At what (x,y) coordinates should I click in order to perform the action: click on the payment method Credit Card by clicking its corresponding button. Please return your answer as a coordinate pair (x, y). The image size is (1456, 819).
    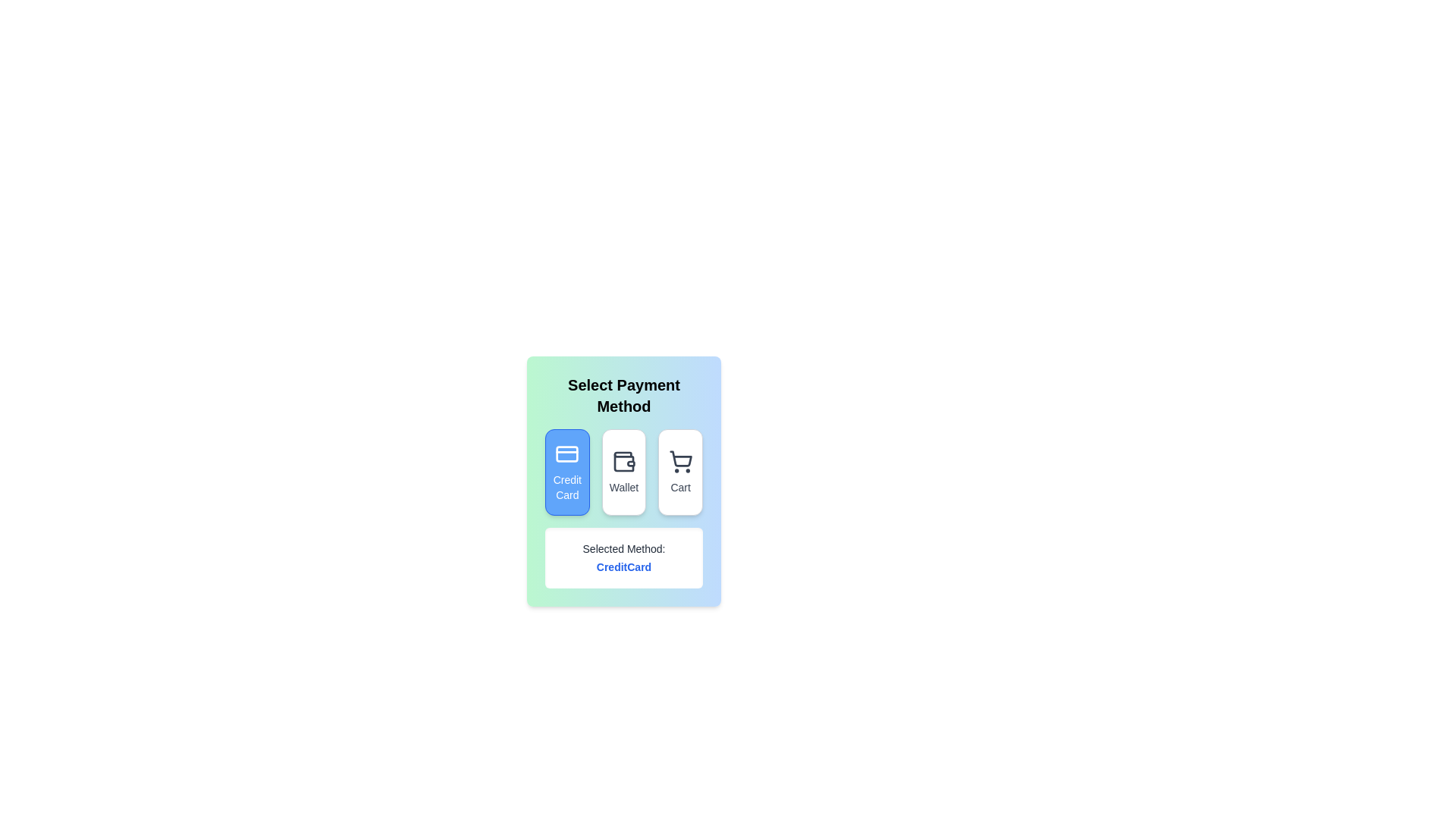
    Looking at the image, I should click on (566, 472).